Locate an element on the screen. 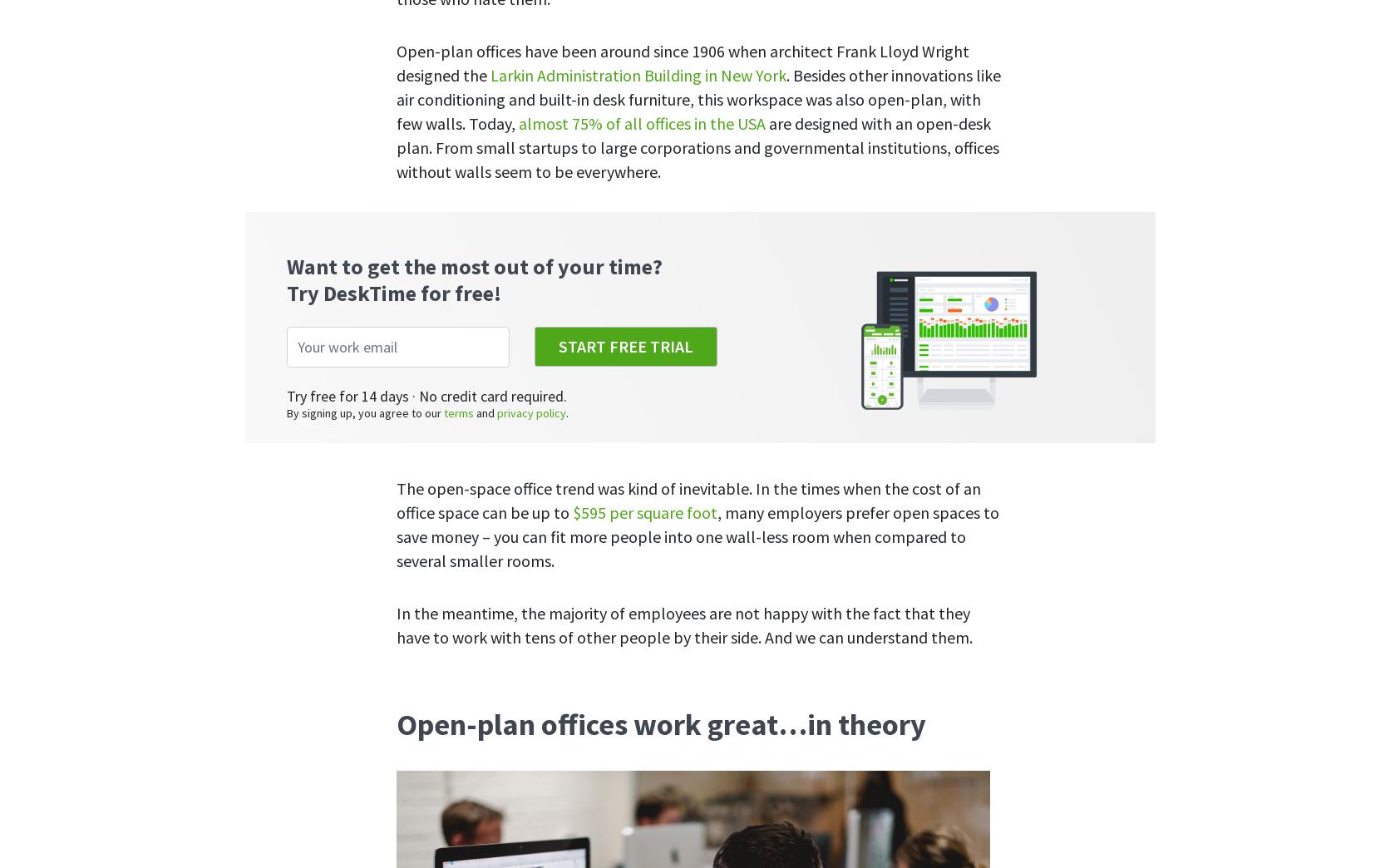 This screenshot has height=868, width=1400. 'All integrations' is located at coordinates (663, 367).